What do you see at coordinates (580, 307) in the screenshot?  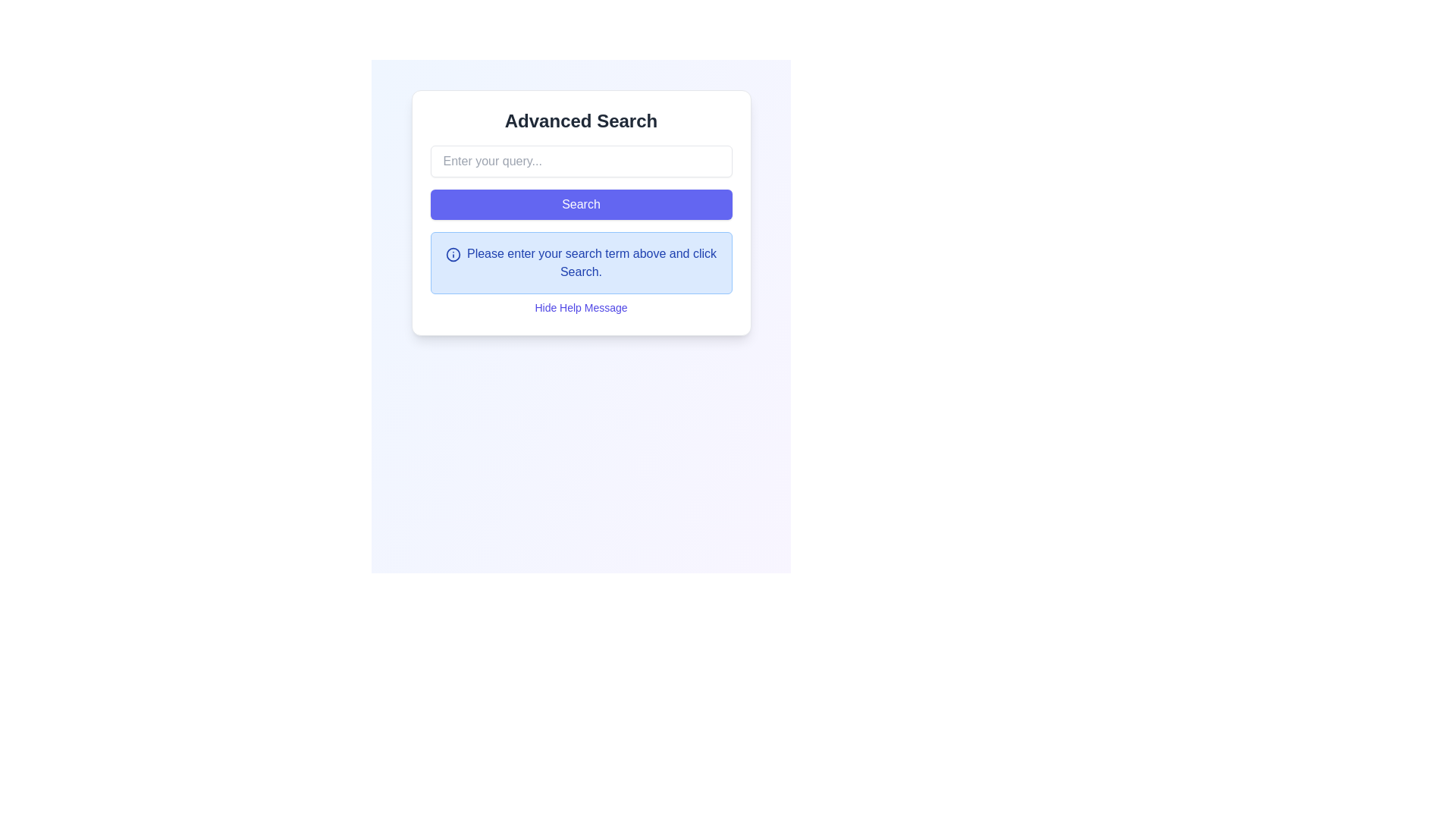 I see `the hyperlink located below the help message box` at bounding box center [580, 307].